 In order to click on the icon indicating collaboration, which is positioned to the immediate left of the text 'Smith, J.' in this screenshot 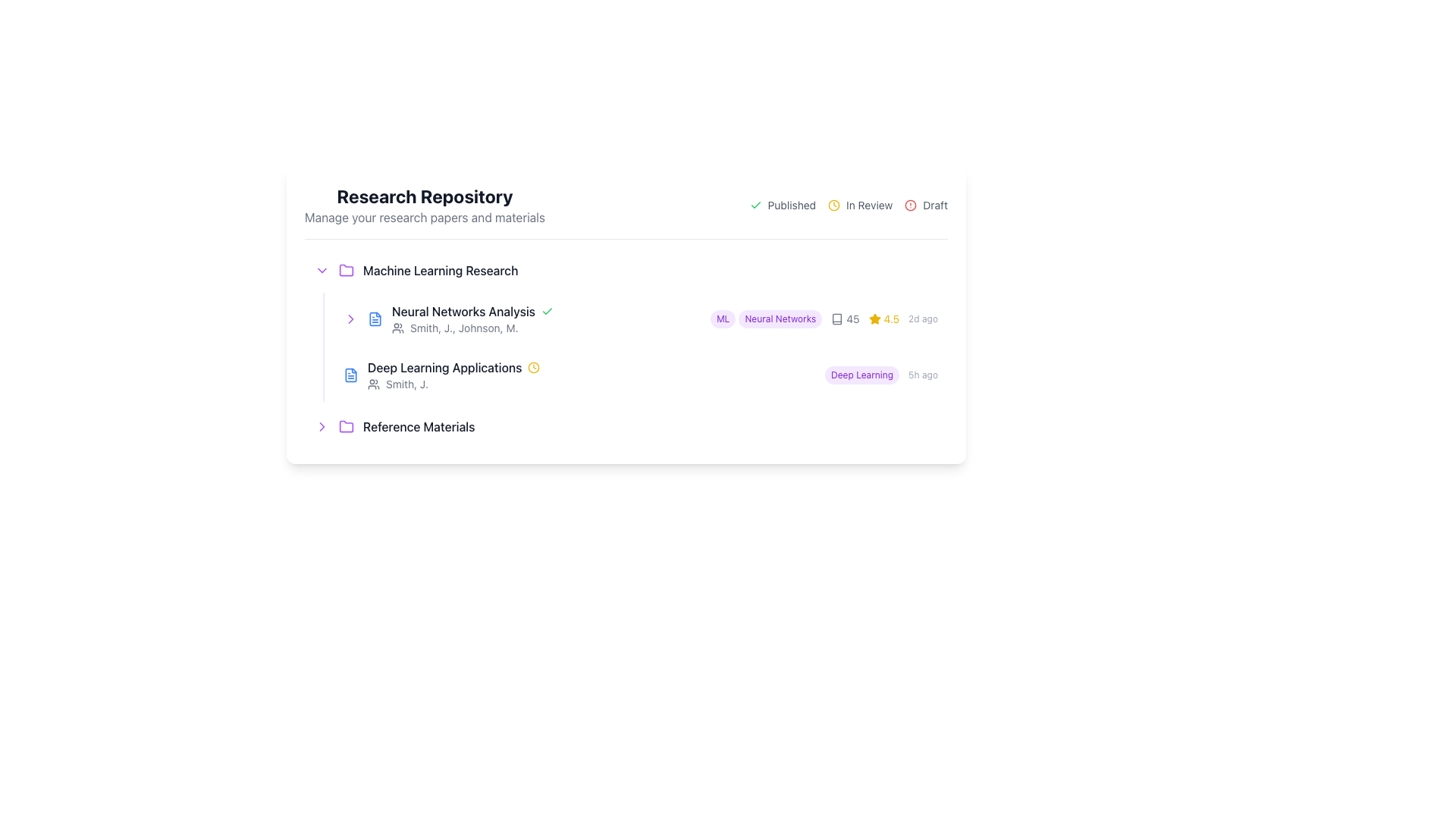, I will do `click(374, 383)`.